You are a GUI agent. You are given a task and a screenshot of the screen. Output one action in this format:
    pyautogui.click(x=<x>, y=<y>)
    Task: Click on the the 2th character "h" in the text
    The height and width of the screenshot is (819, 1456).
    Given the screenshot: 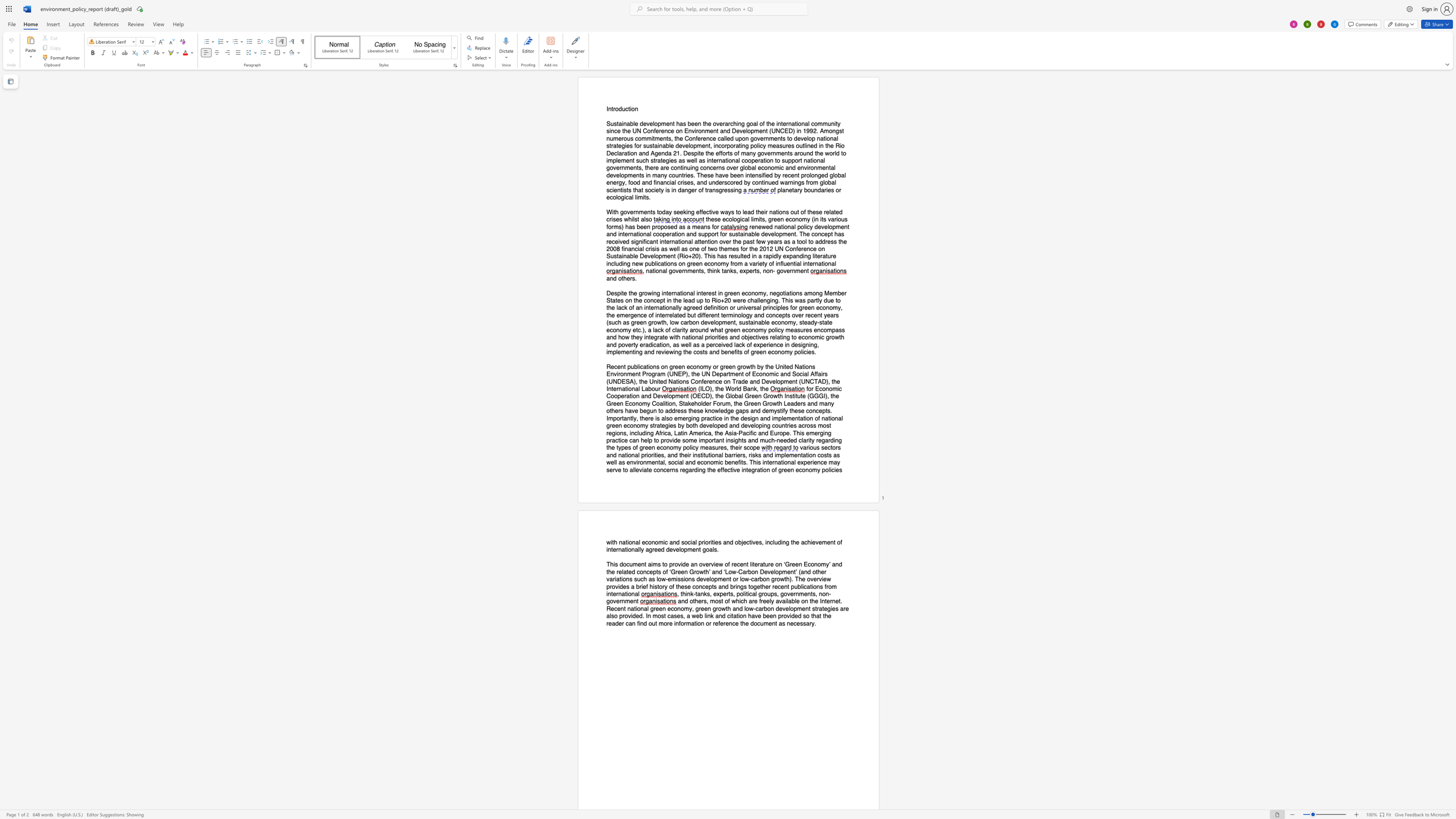 What is the action you would take?
    pyautogui.click(x=759, y=211)
    